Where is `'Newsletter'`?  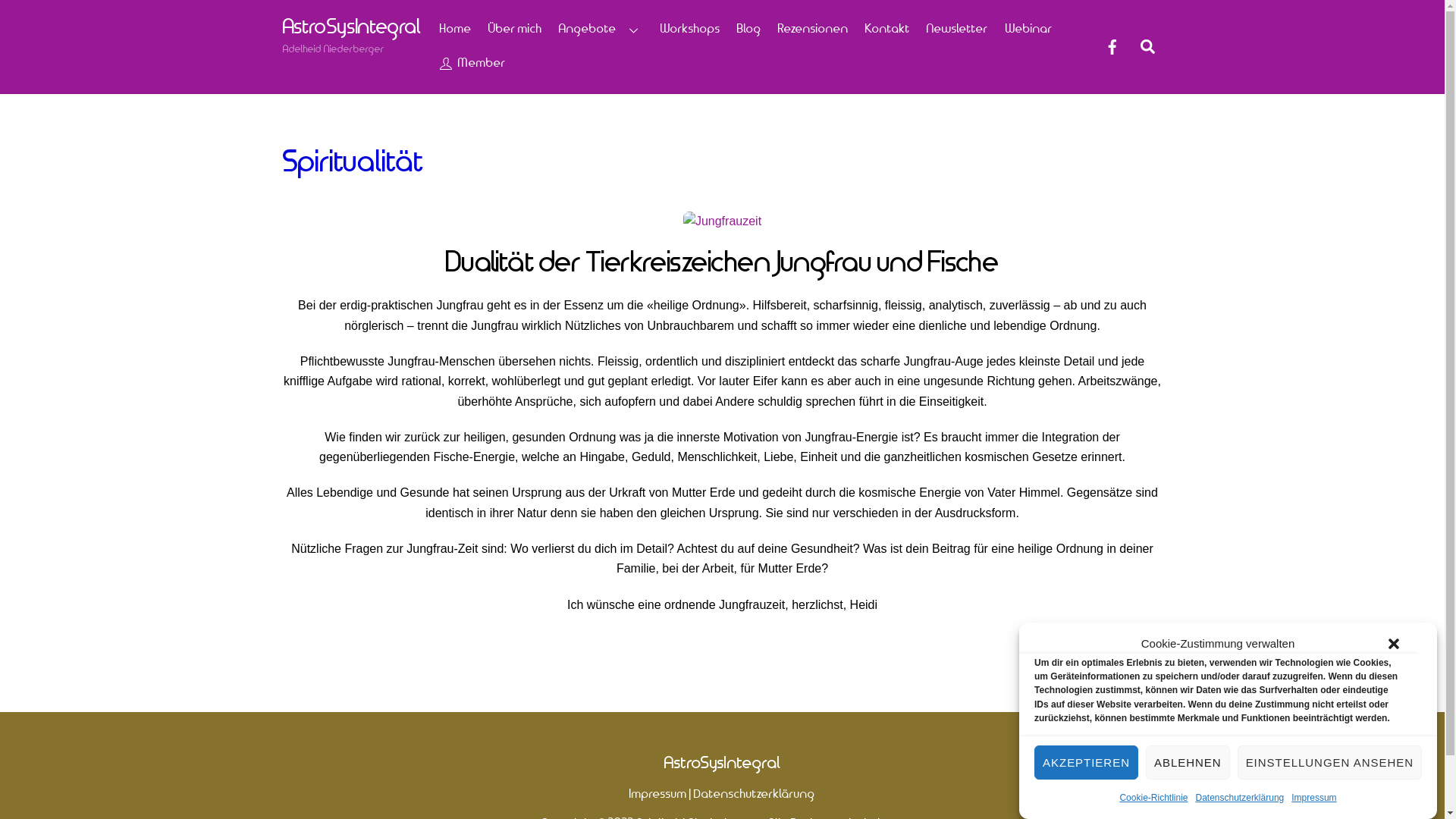
'Newsletter' is located at coordinates (956, 29).